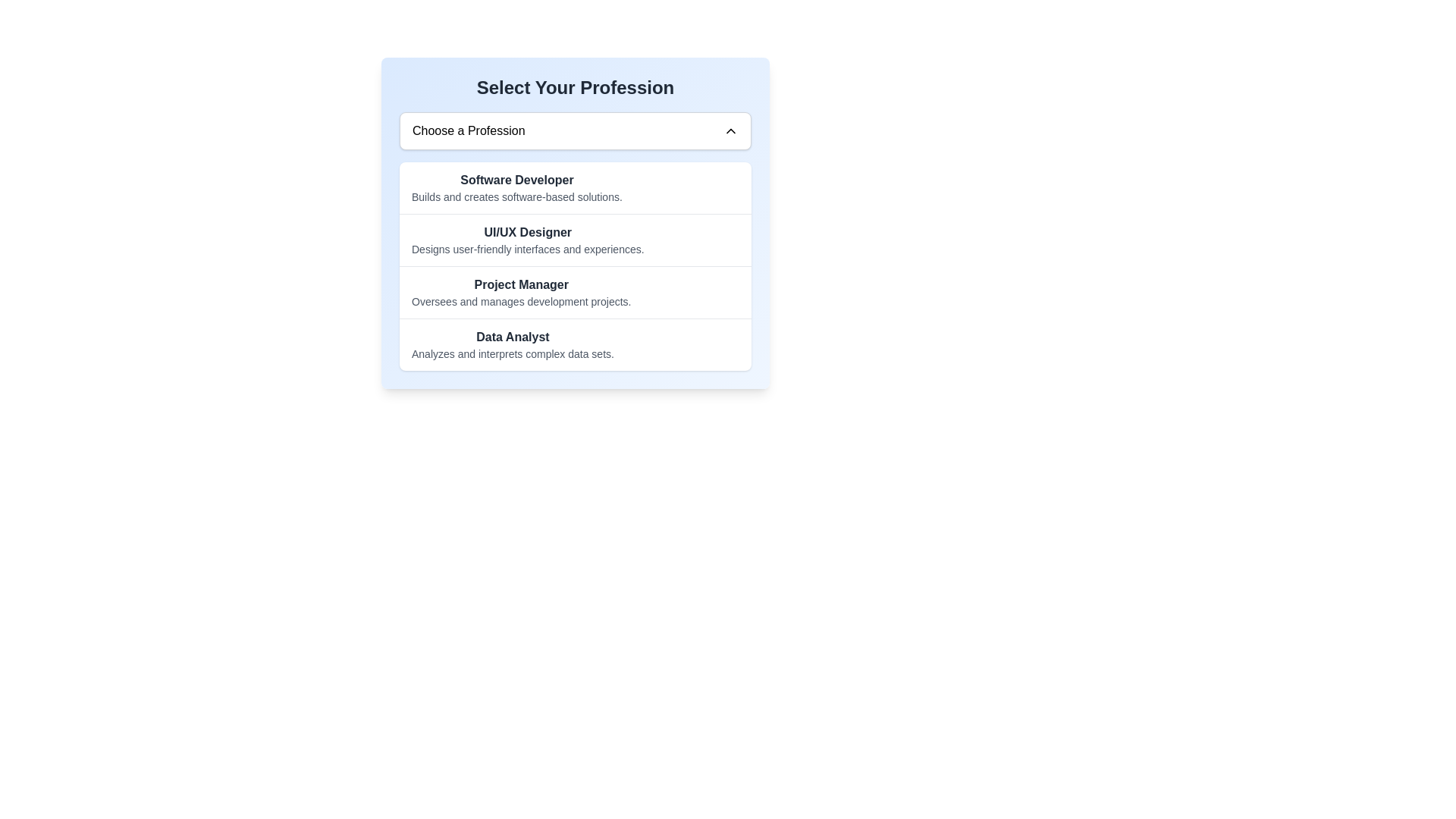 The height and width of the screenshot is (819, 1456). Describe the element at coordinates (528, 233) in the screenshot. I see `text of the selectable job title 'UI/UX Designer' which is represented by the text label positioned at the top of the list of career options` at that location.